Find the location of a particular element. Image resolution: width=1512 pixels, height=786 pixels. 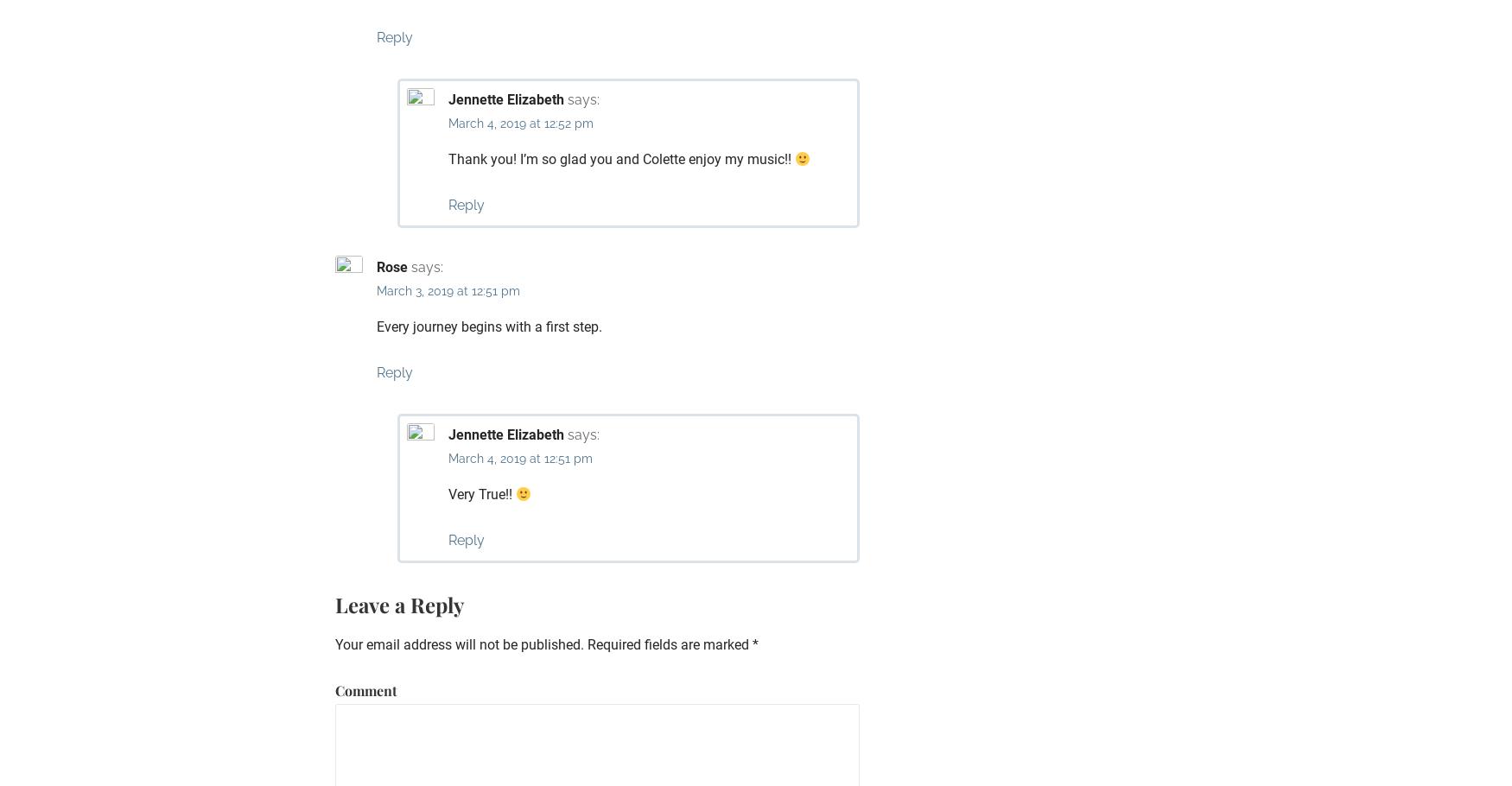

'*' is located at coordinates (755, 643).